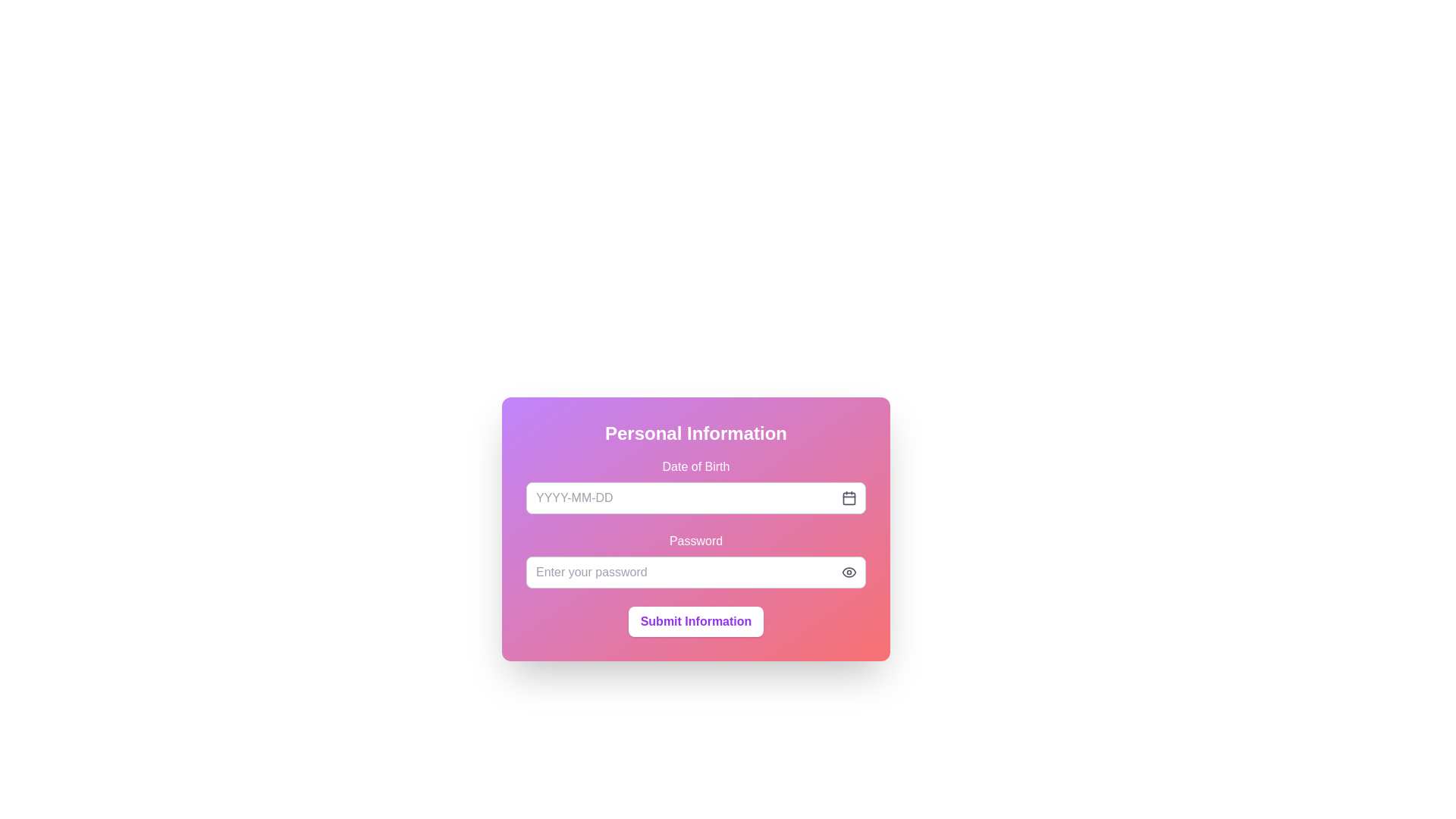 The height and width of the screenshot is (819, 1456). Describe the element at coordinates (695, 433) in the screenshot. I see `bold white header text that says 'Personal Information', located at the top of the card layout with a gradient background` at that location.